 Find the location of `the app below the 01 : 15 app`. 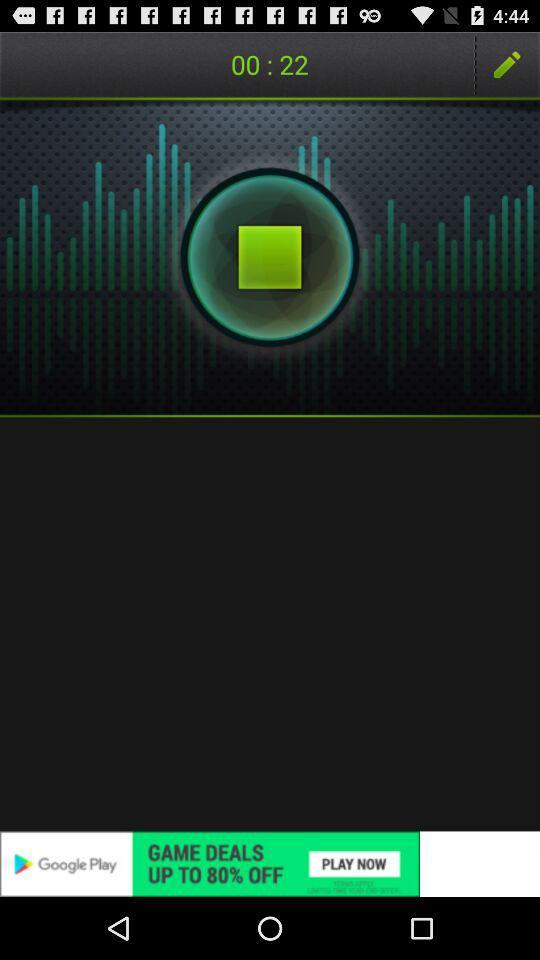

the app below the 01 : 15 app is located at coordinates (270, 256).